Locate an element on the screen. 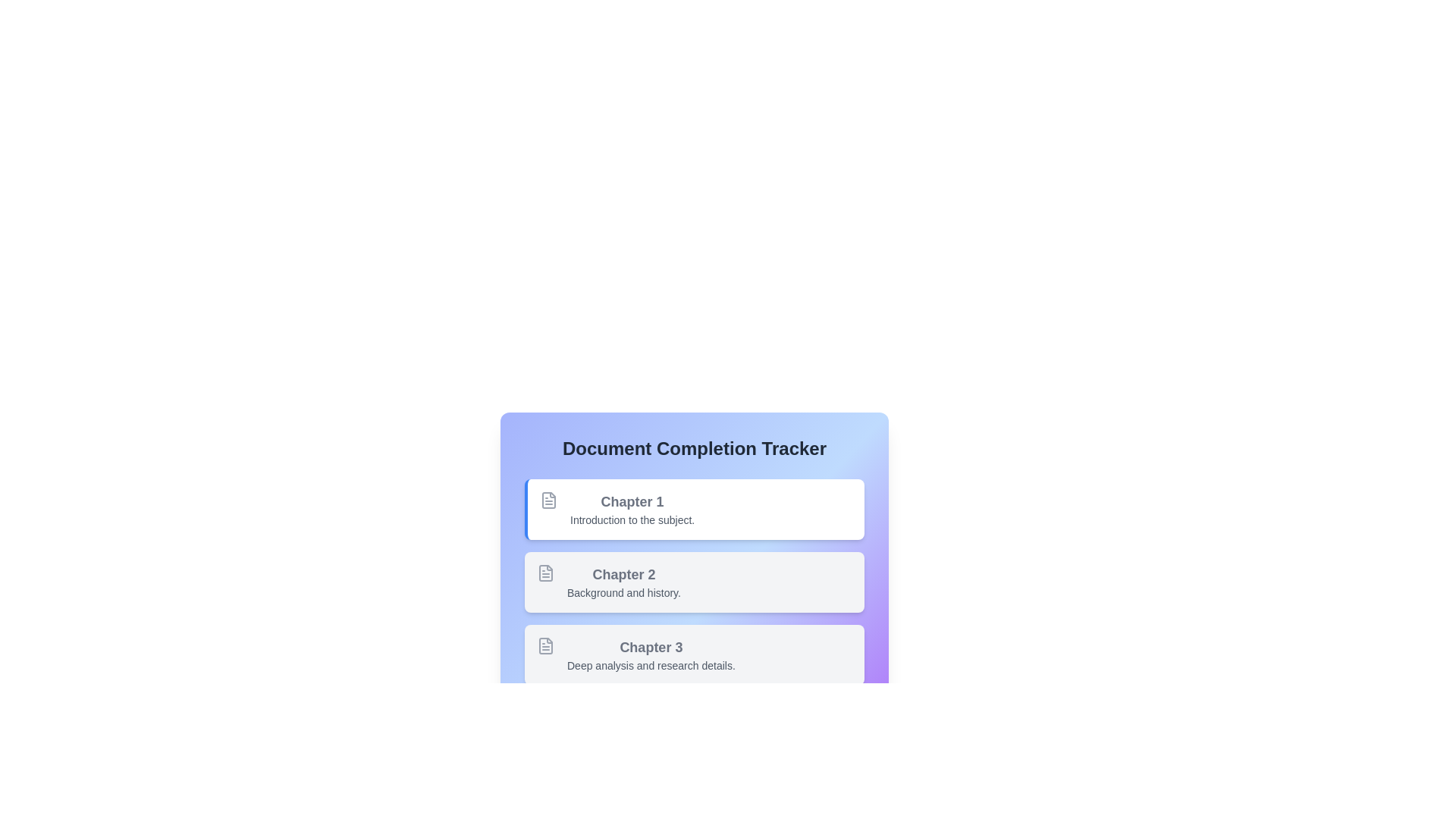 The height and width of the screenshot is (819, 1456). the Text Label that indicates the title or heading for a specific chapter, positioned above the descriptive text 'Deep analysis and research details.' is located at coordinates (651, 647).